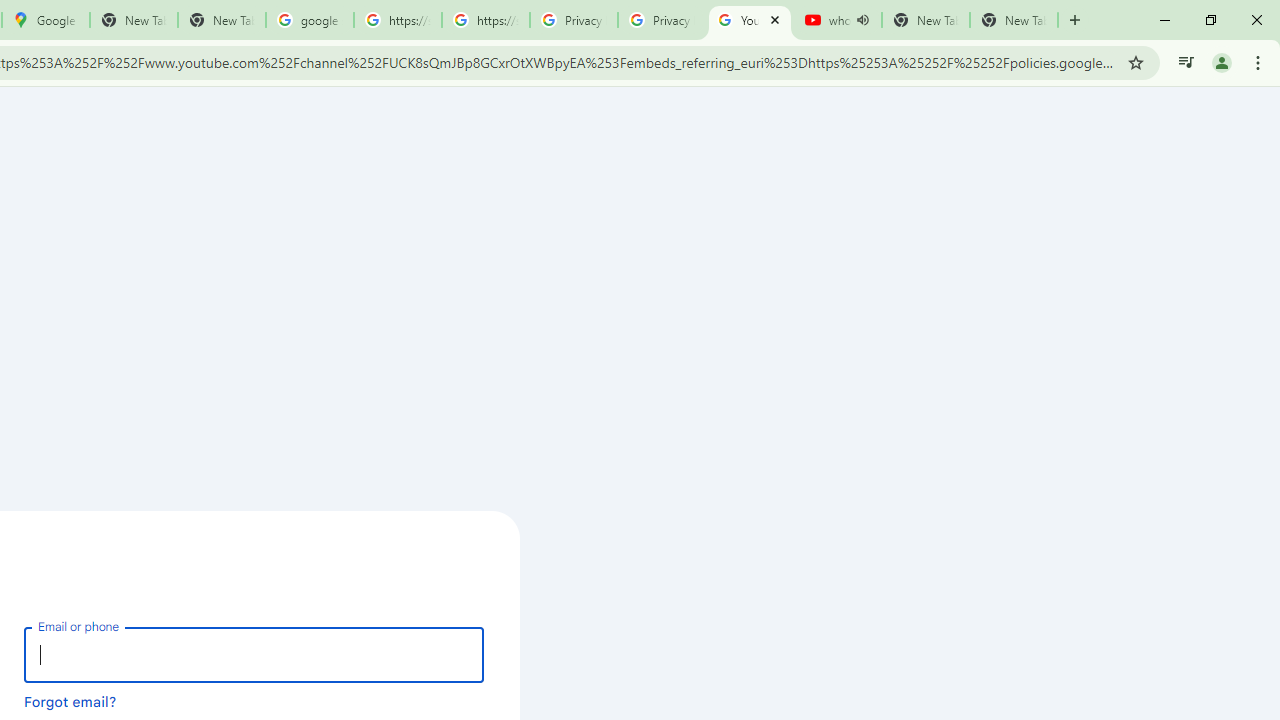  I want to click on 'New Tab', so click(1014, 20).